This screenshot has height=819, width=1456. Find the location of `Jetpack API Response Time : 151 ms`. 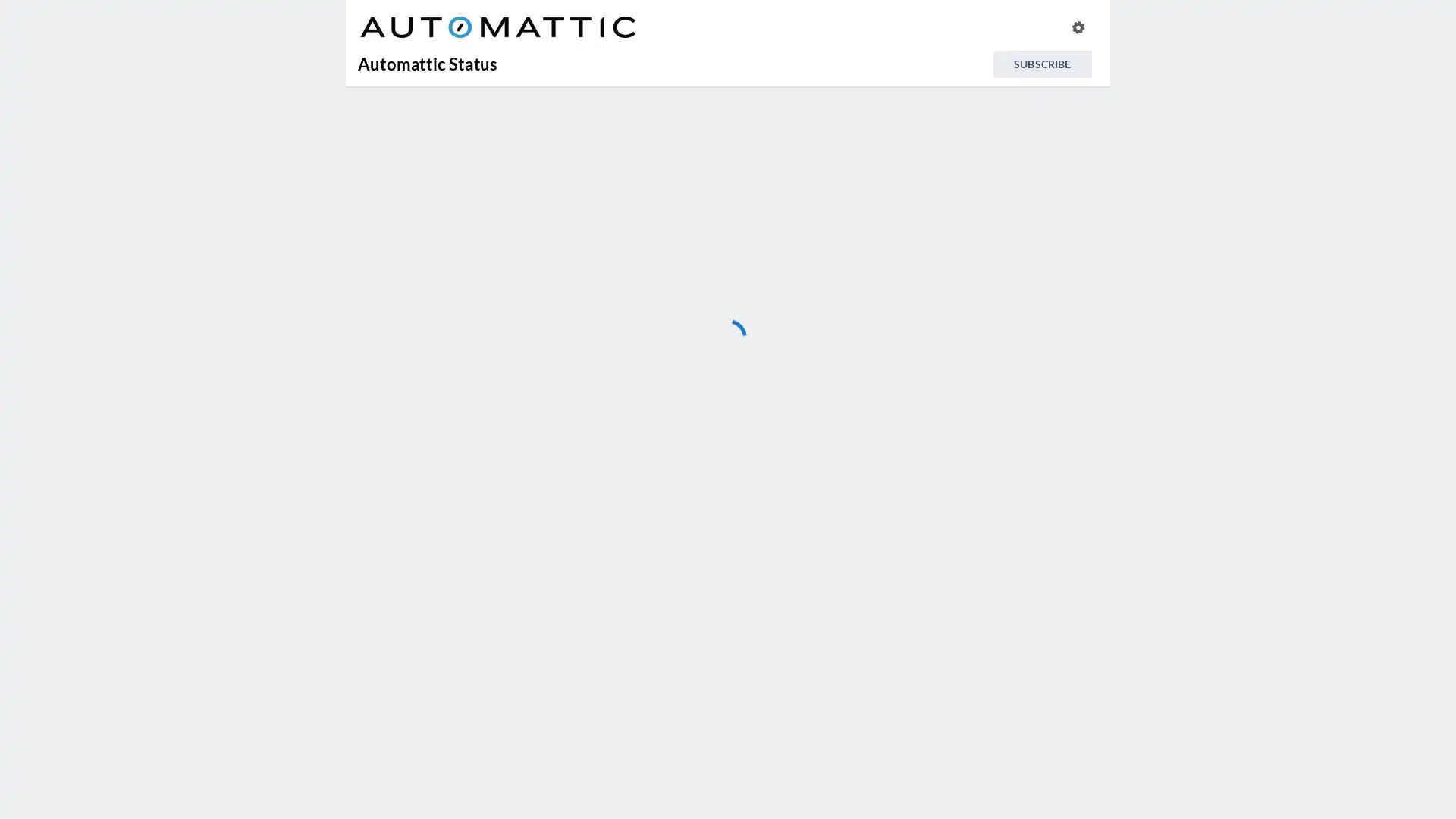

Jetpack API Response Time : 151 ms is located at coordinates (635, 476).